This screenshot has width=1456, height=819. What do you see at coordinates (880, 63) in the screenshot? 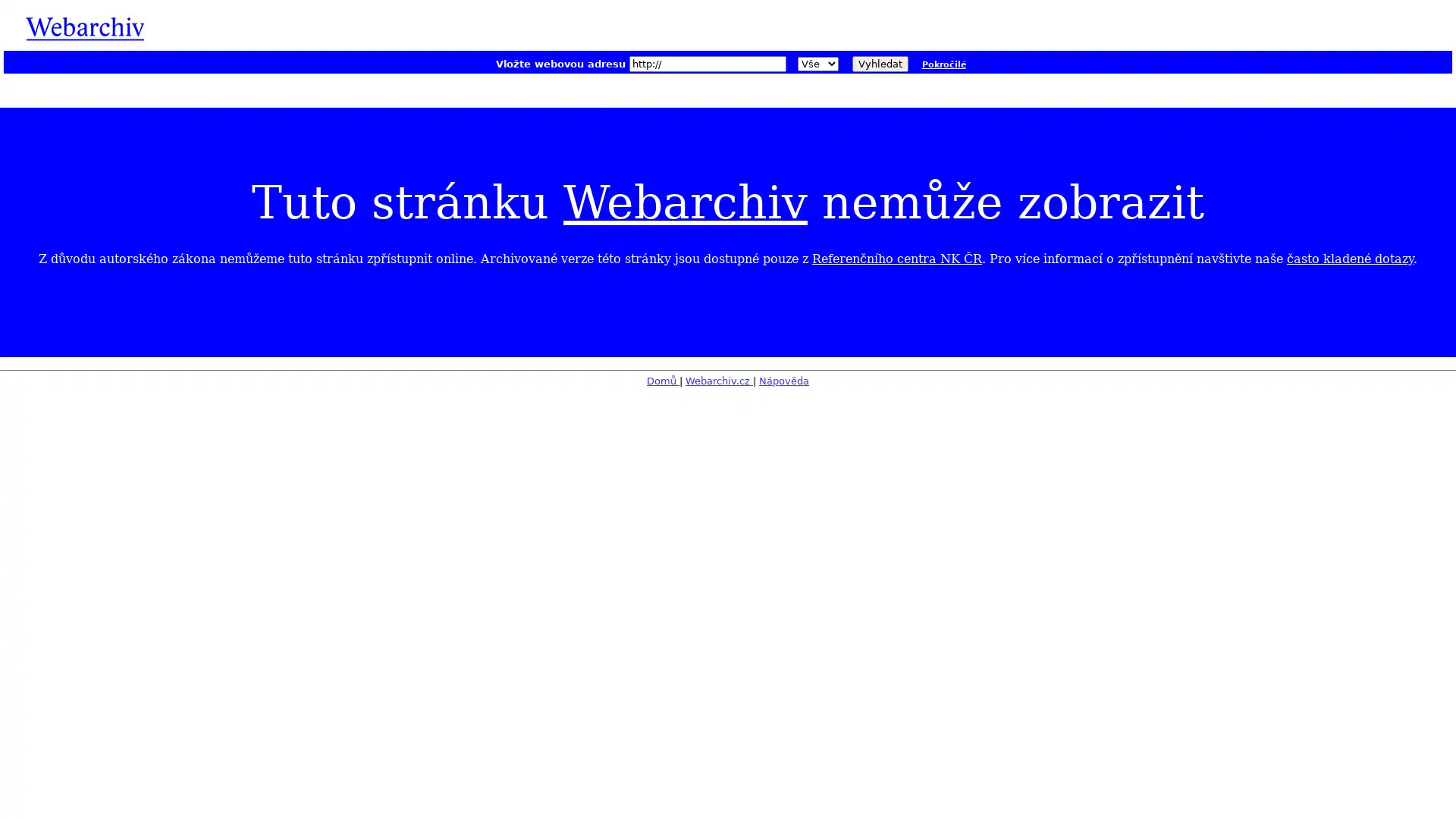
I see `Vyhledat` at bounding box center [880, 63].